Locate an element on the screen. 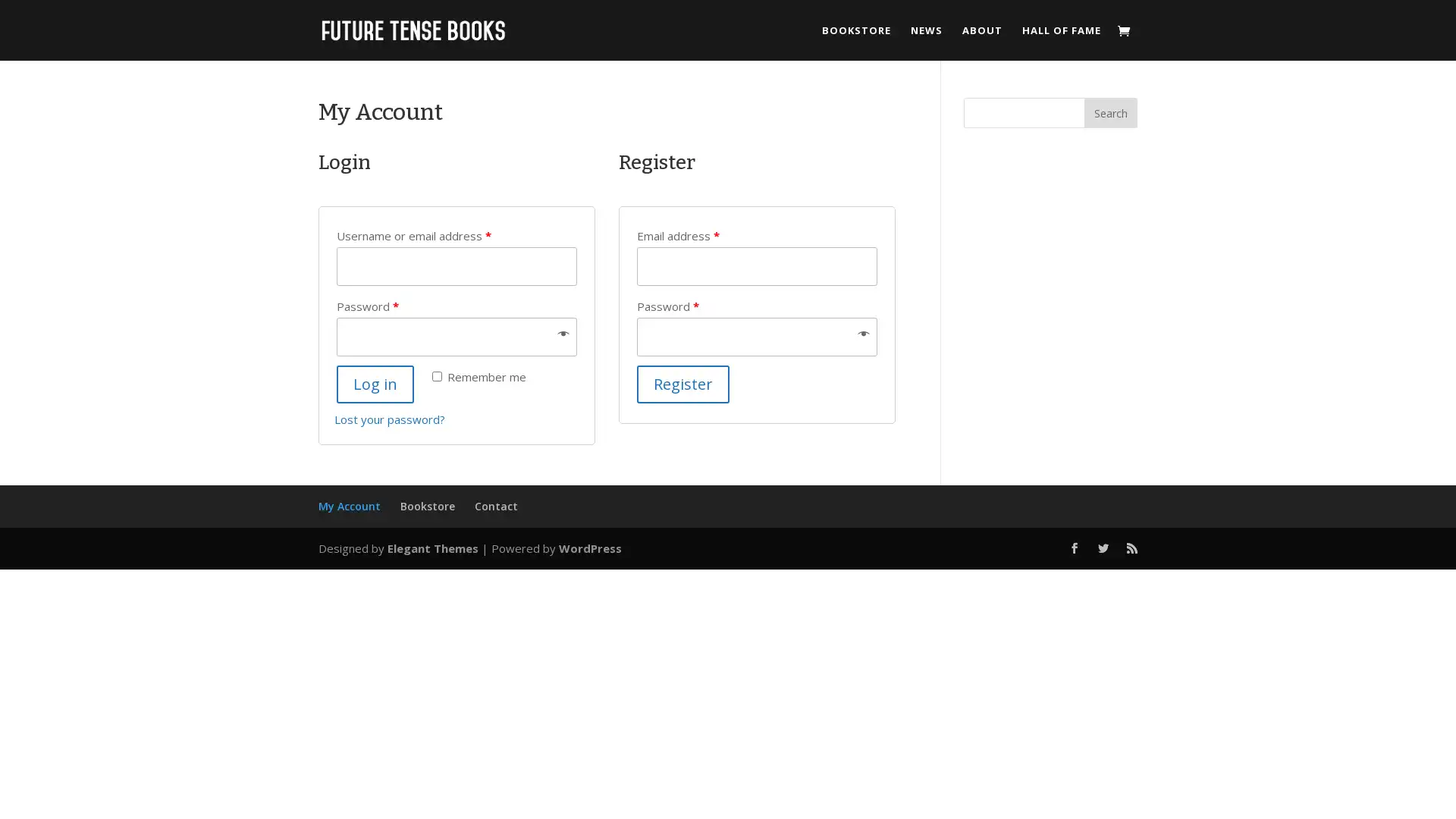 The image size is (1456, 819). Register 5 is located at coordinates (682, 382).